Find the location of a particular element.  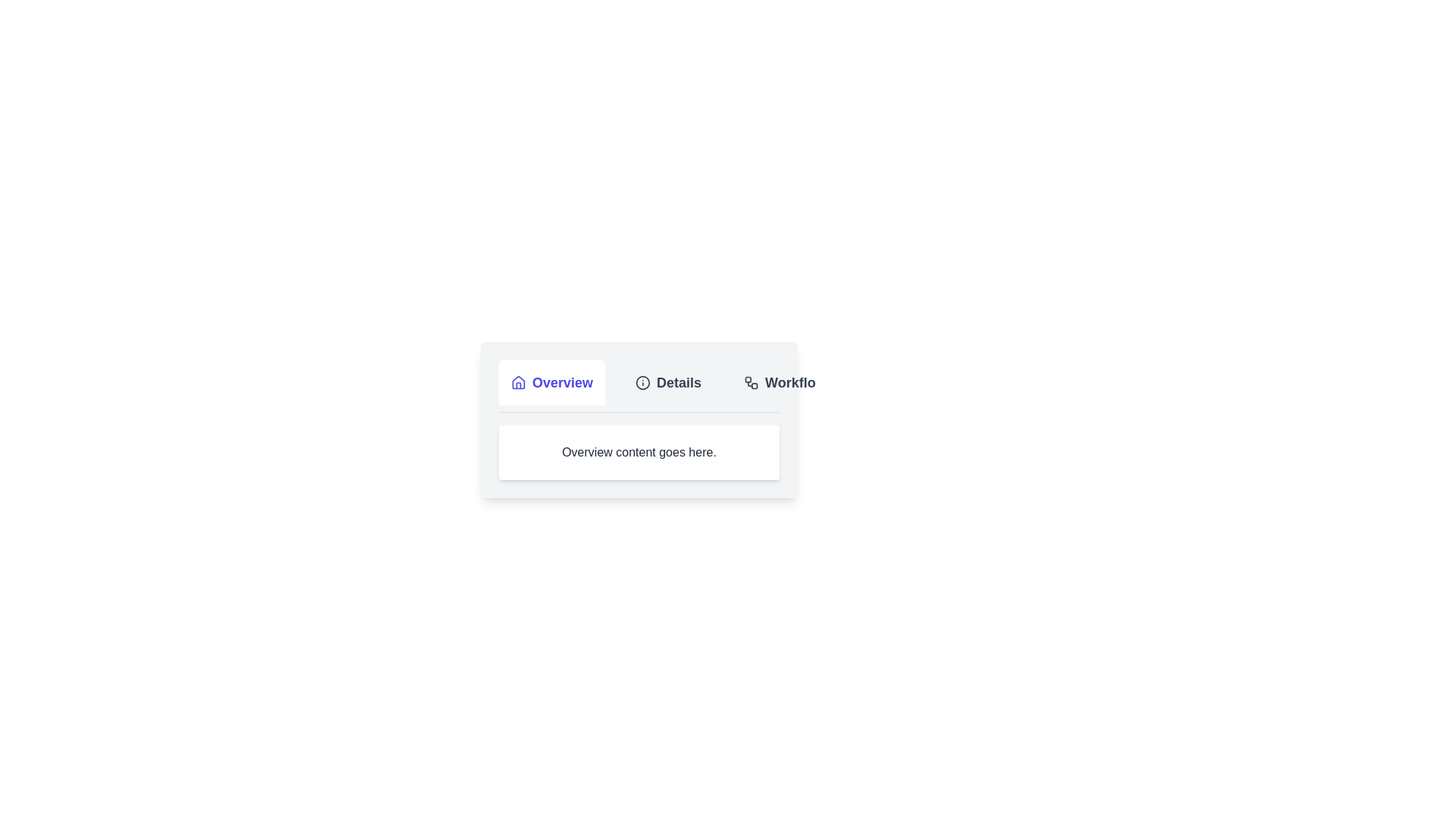

the minimalist house icon associated with the 'Overview' section in the first tab of the tabbed navigation bar is located at coordinates (519, 382).